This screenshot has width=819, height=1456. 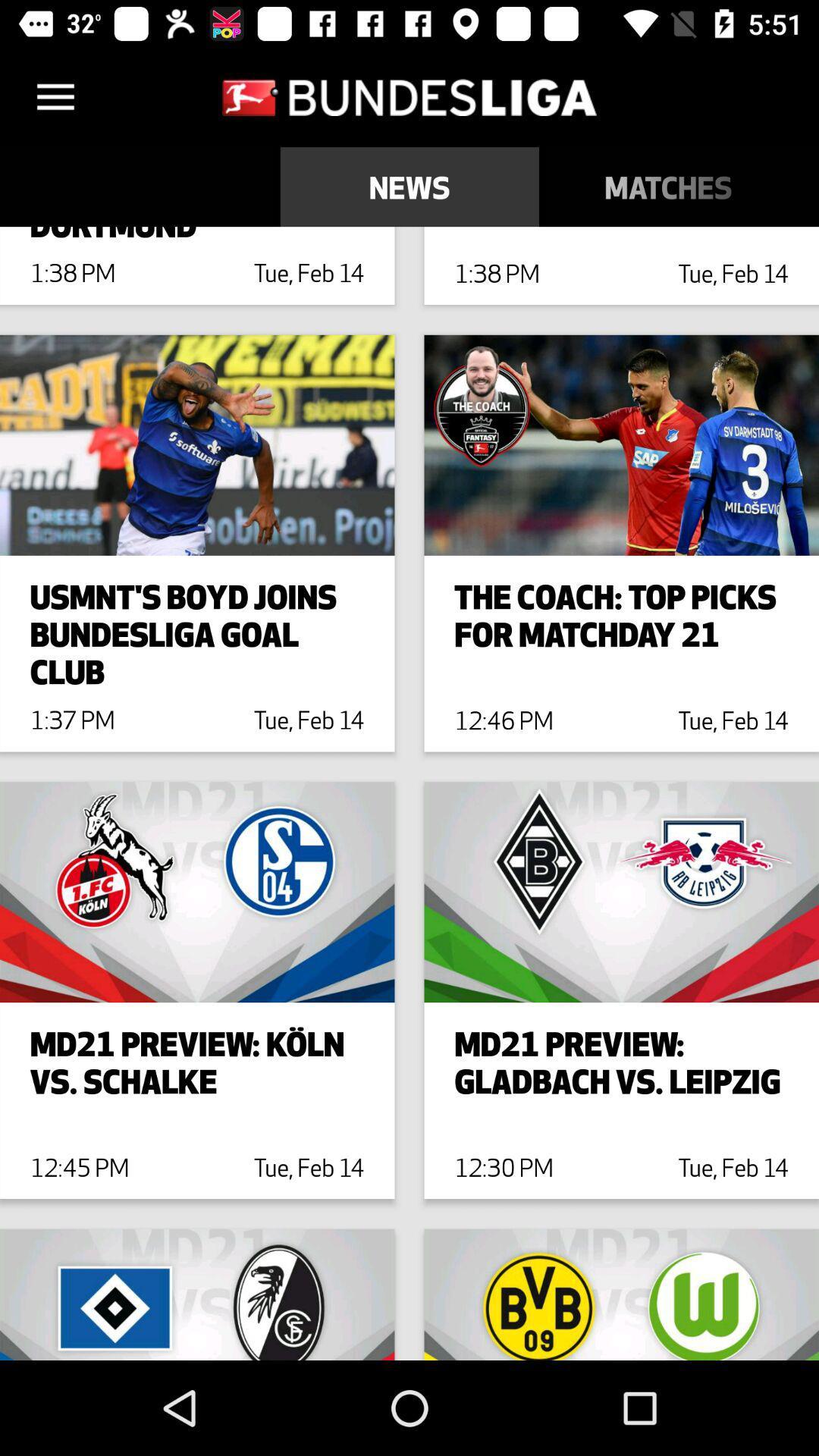 I want to click on the table icon, so click(x=808, y=186).